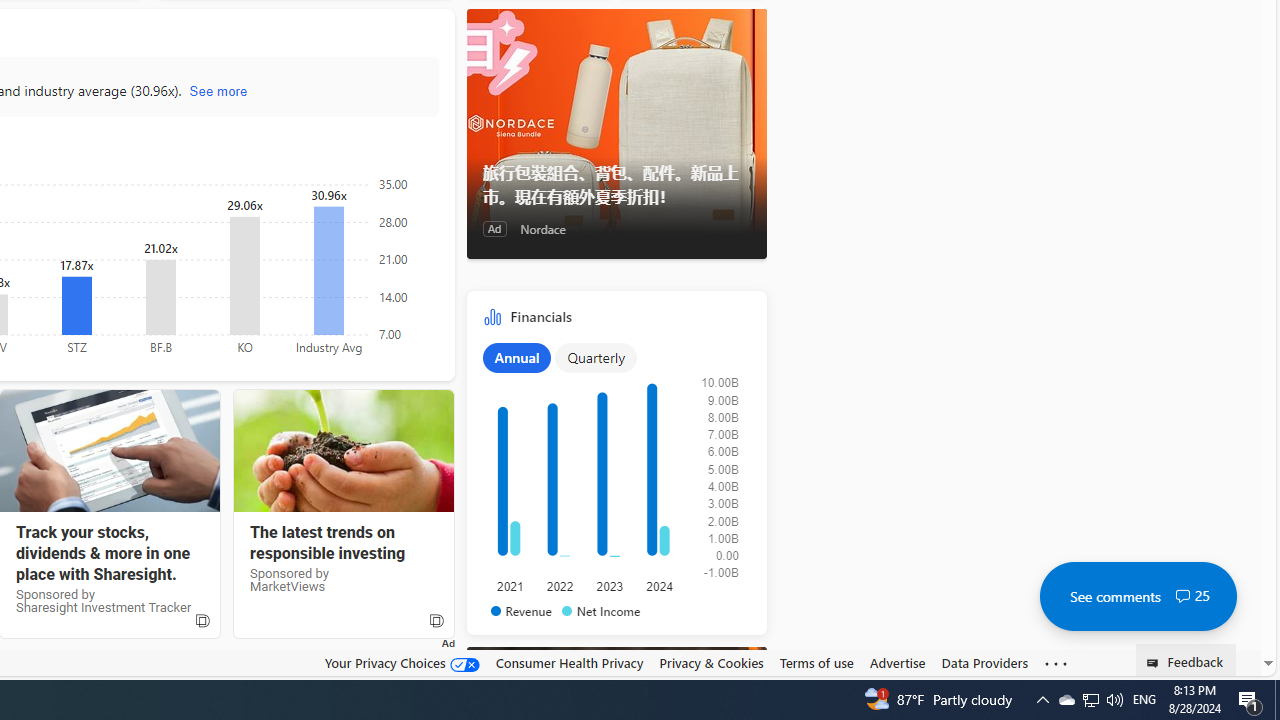 The image size is (1280, 720). I want to click on 'See comments 25', so click(1137, 595).